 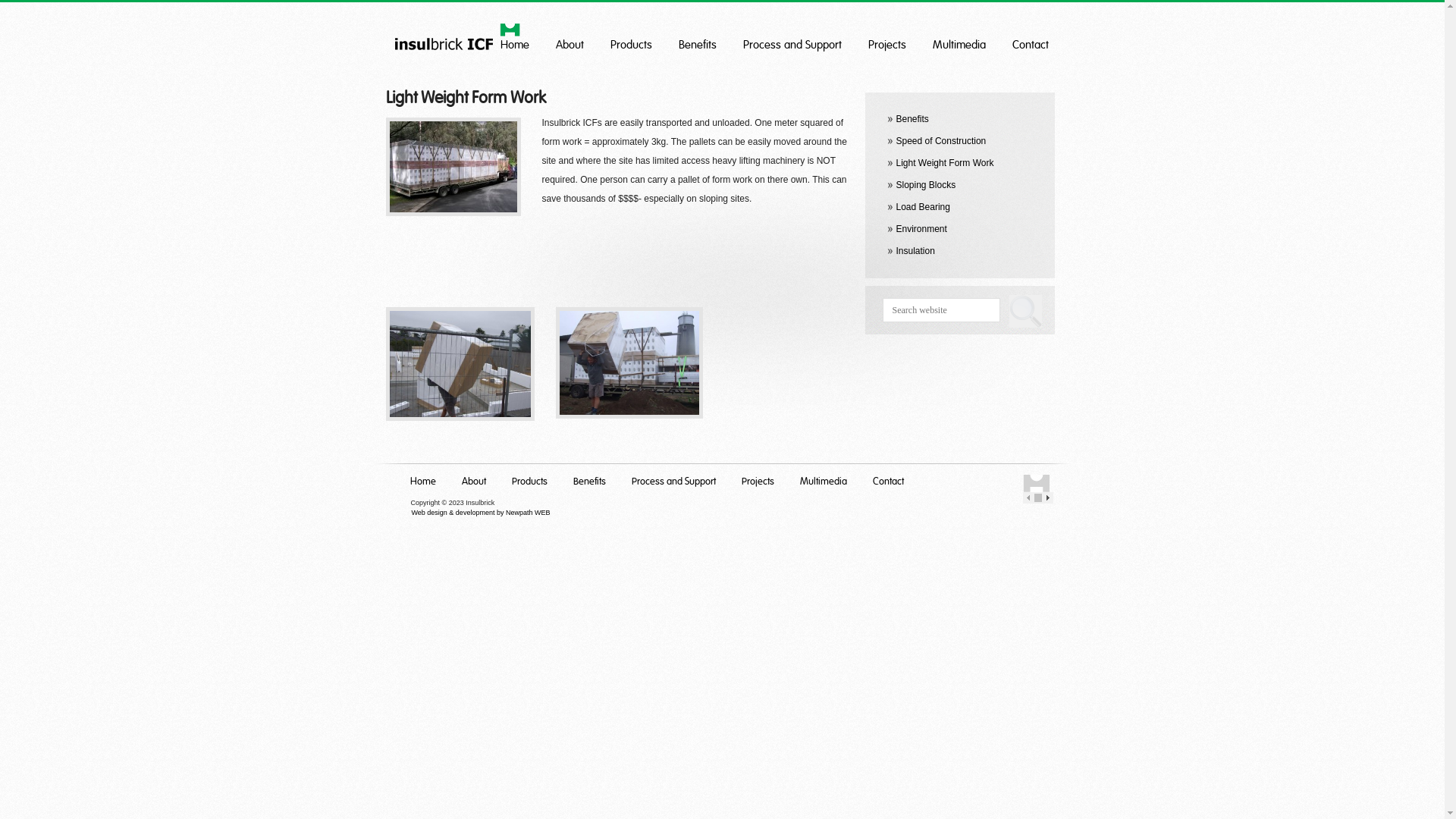 What do you see at coordinates (822, 478) in the screenshot?
I see `'Multimedia'` at bounding box center [822, 478].